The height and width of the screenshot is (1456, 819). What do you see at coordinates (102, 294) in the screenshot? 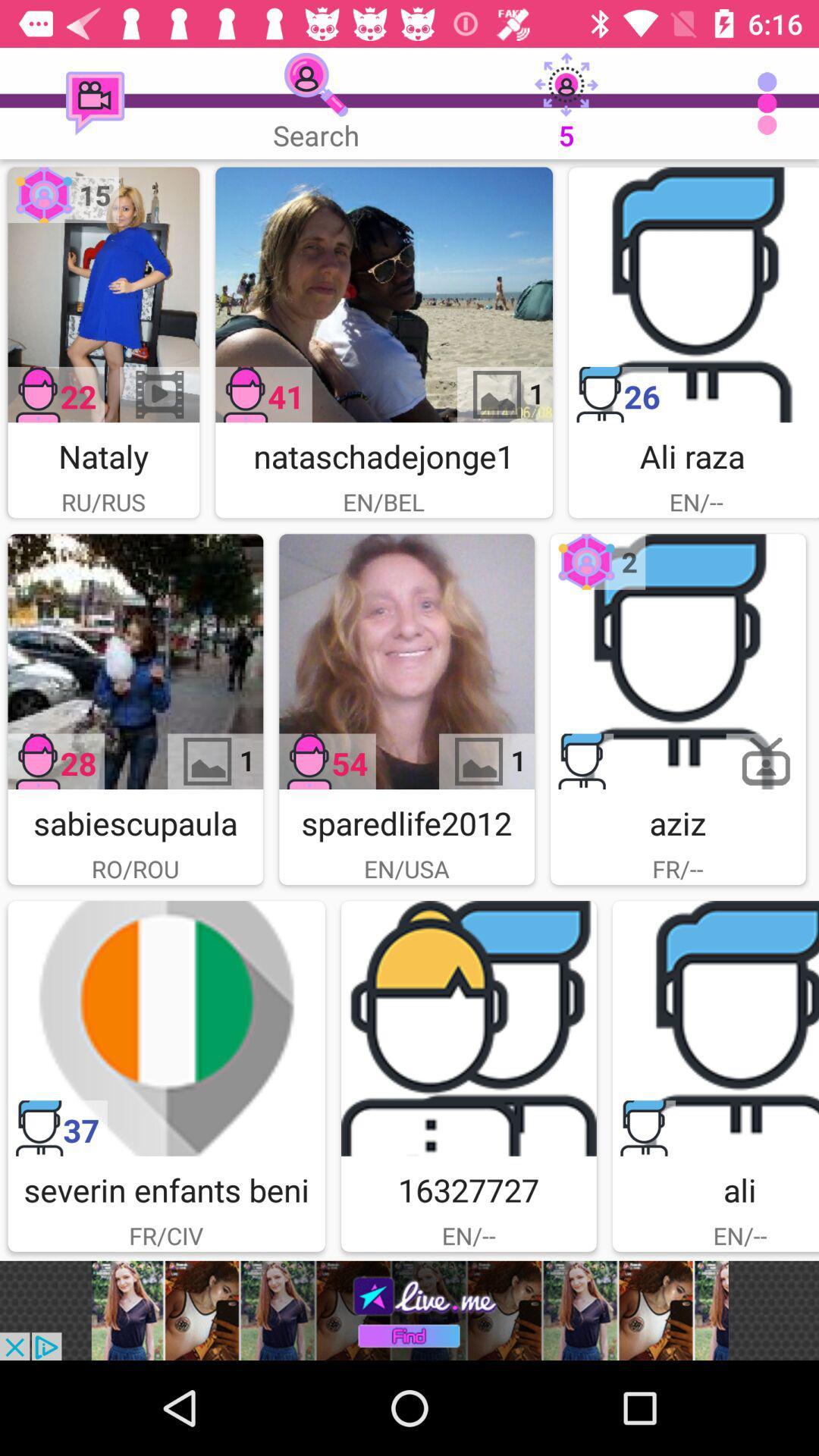
I see `profile picture` at bounding box center [102, 294].